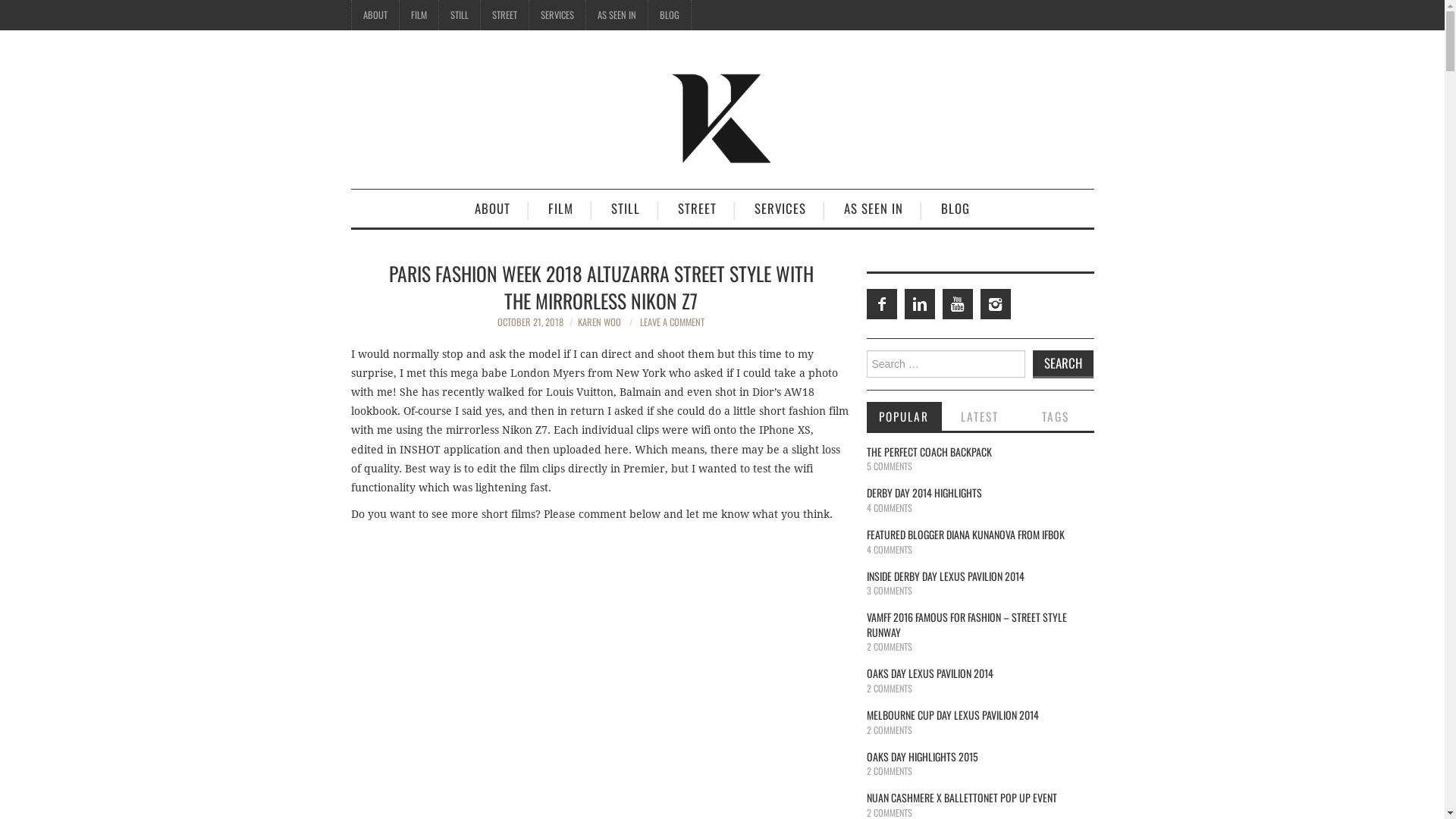  I want to click on 'YouTube', so click(941, 304).